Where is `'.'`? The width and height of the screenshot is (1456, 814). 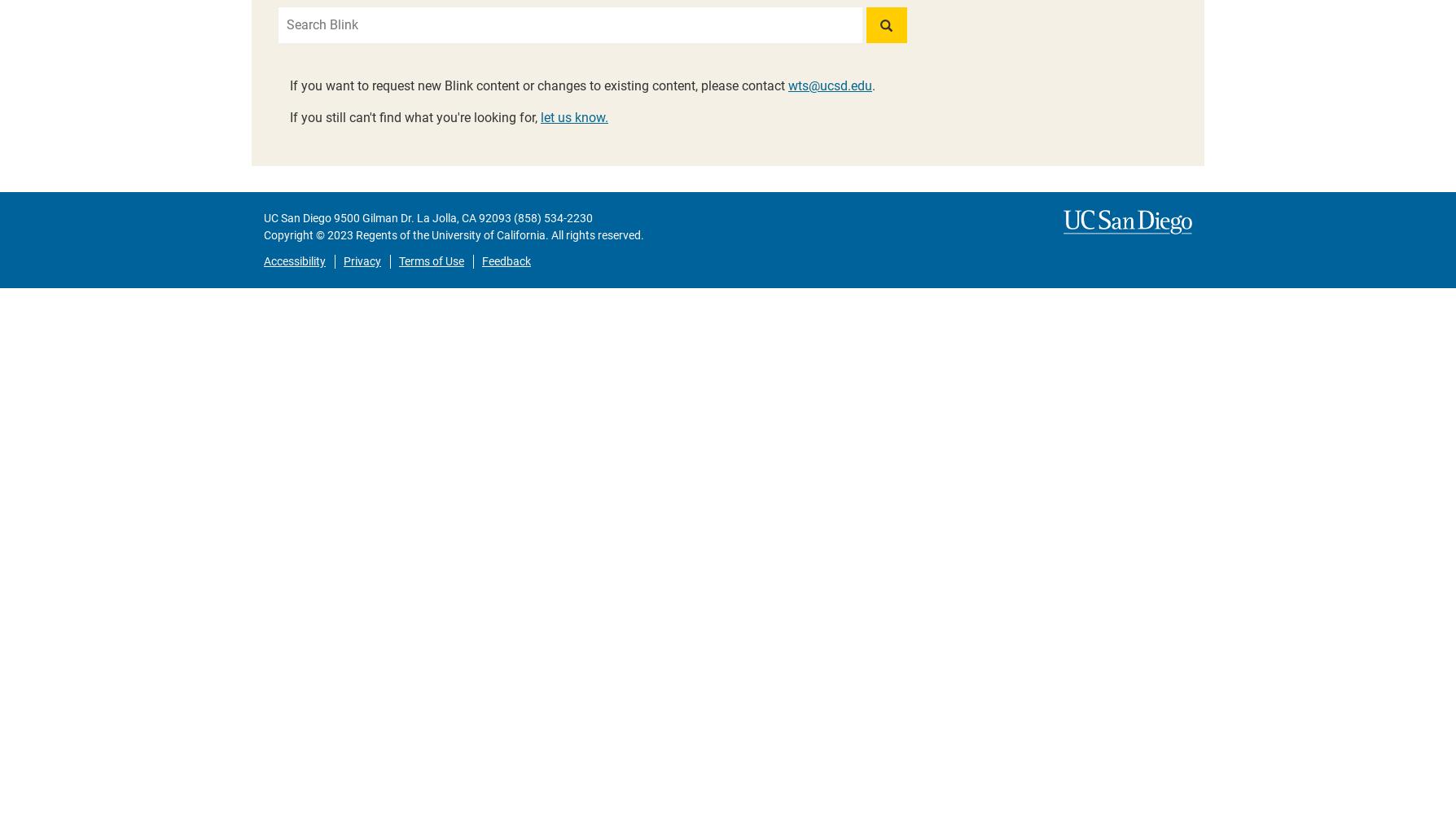
'.' is located at coordinates (873, 85).